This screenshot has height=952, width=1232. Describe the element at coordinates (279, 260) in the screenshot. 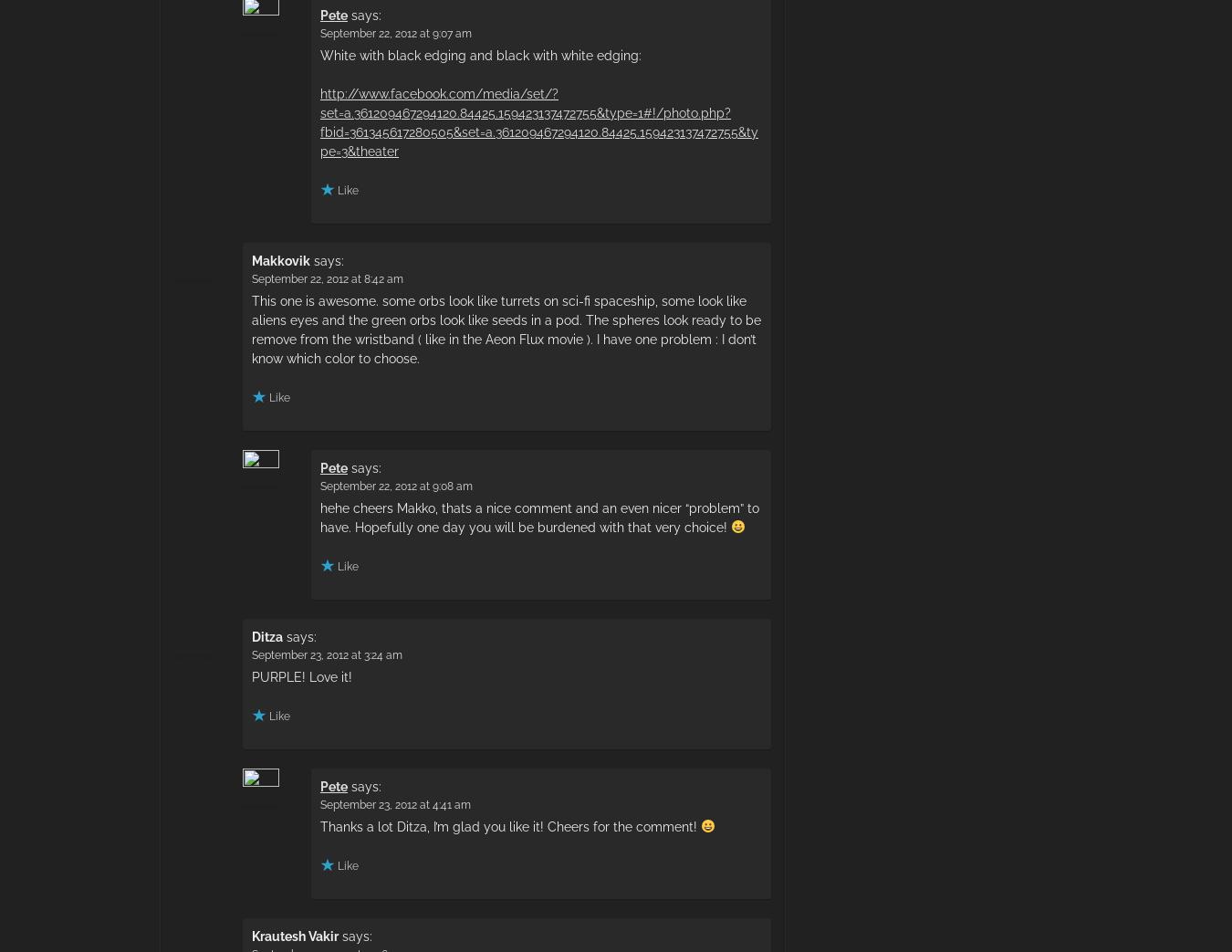

I see `'Makkovik'` at that location.